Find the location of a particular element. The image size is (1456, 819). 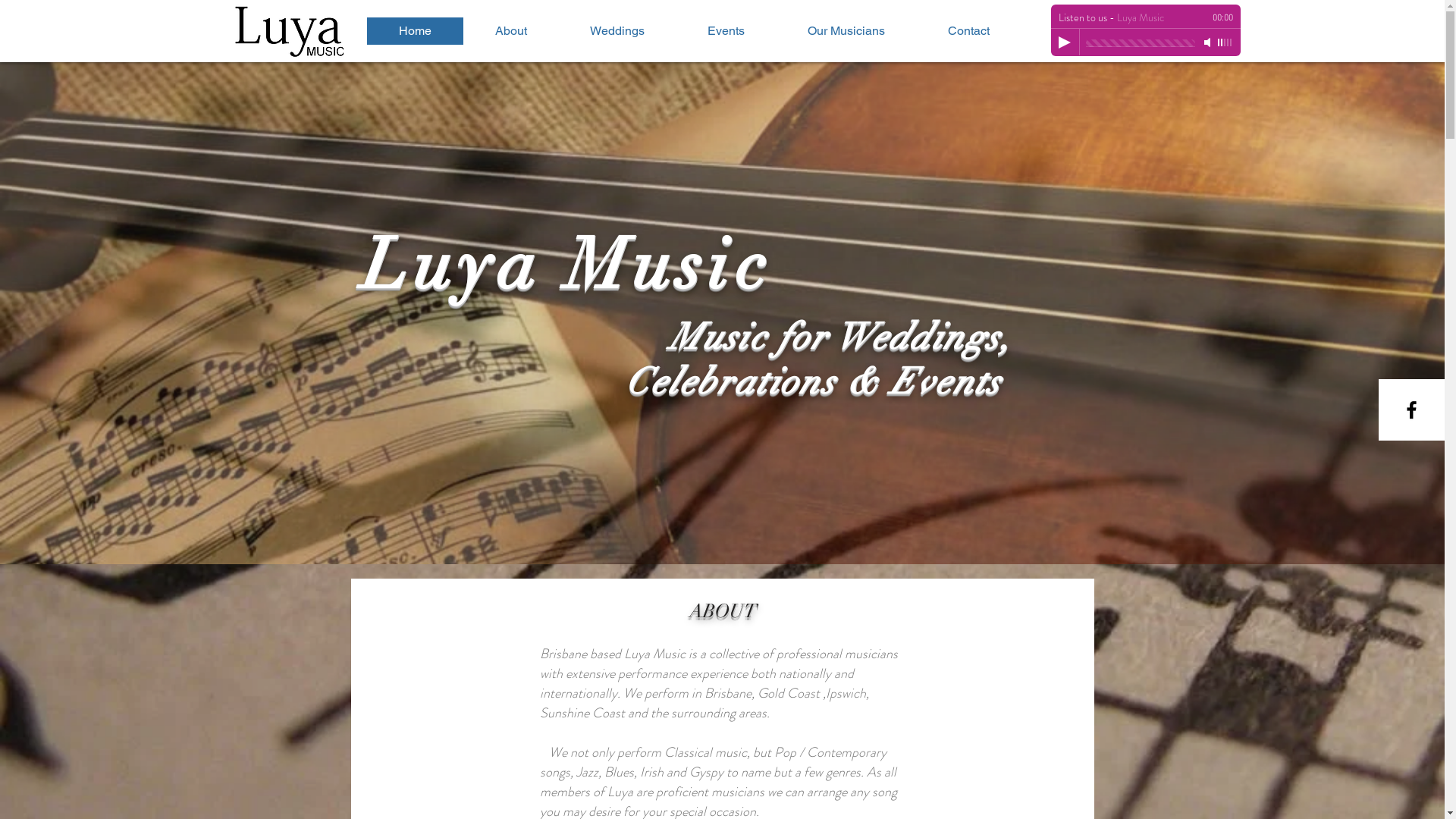

'Contact' is located at coordinates (967, 31).